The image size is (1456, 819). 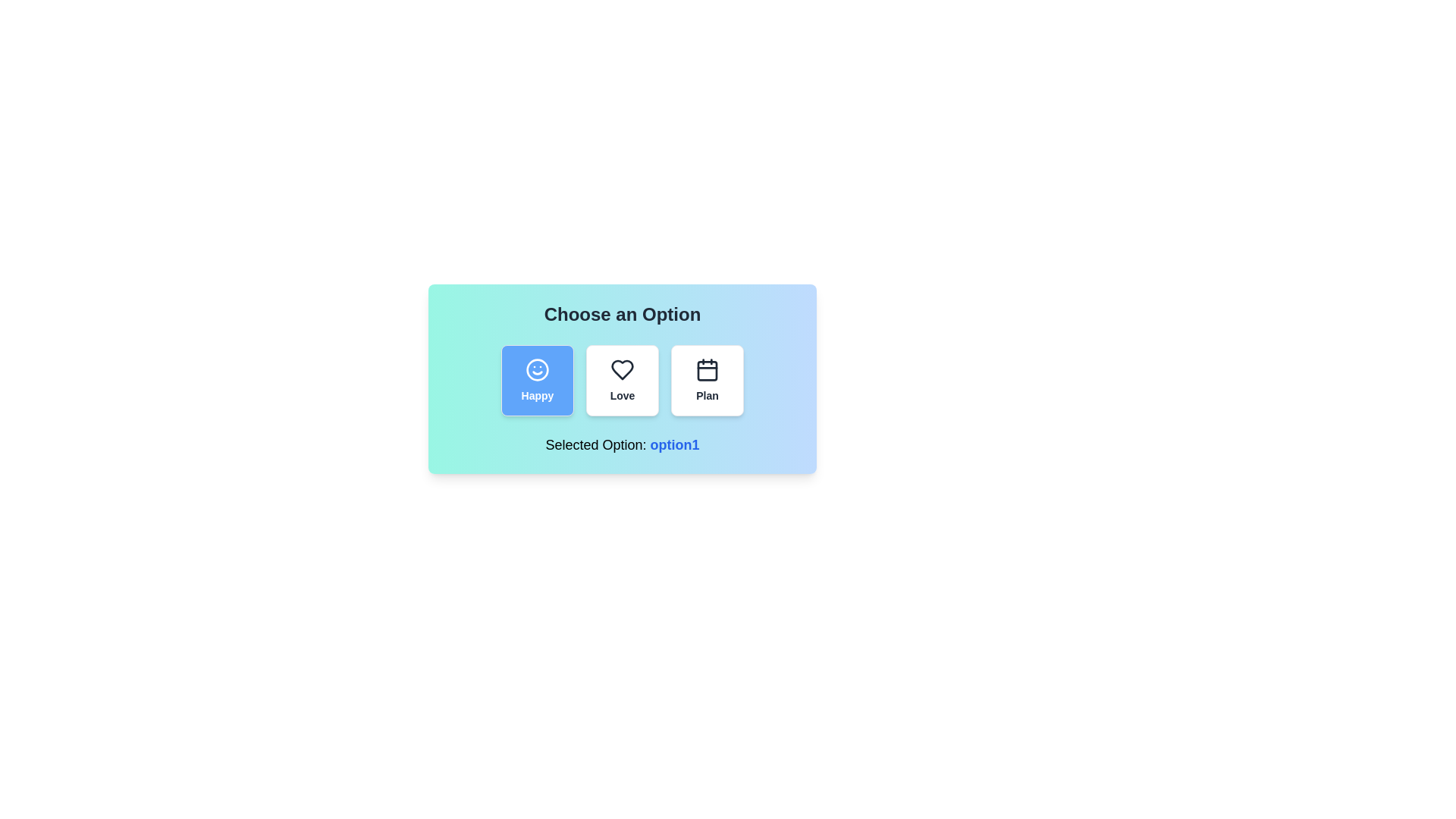 I want to click on the text label located at the bottom section of the card-like UI component, which features black text for the label and a blue, bold font for the option value, so click(x=622, y=444).